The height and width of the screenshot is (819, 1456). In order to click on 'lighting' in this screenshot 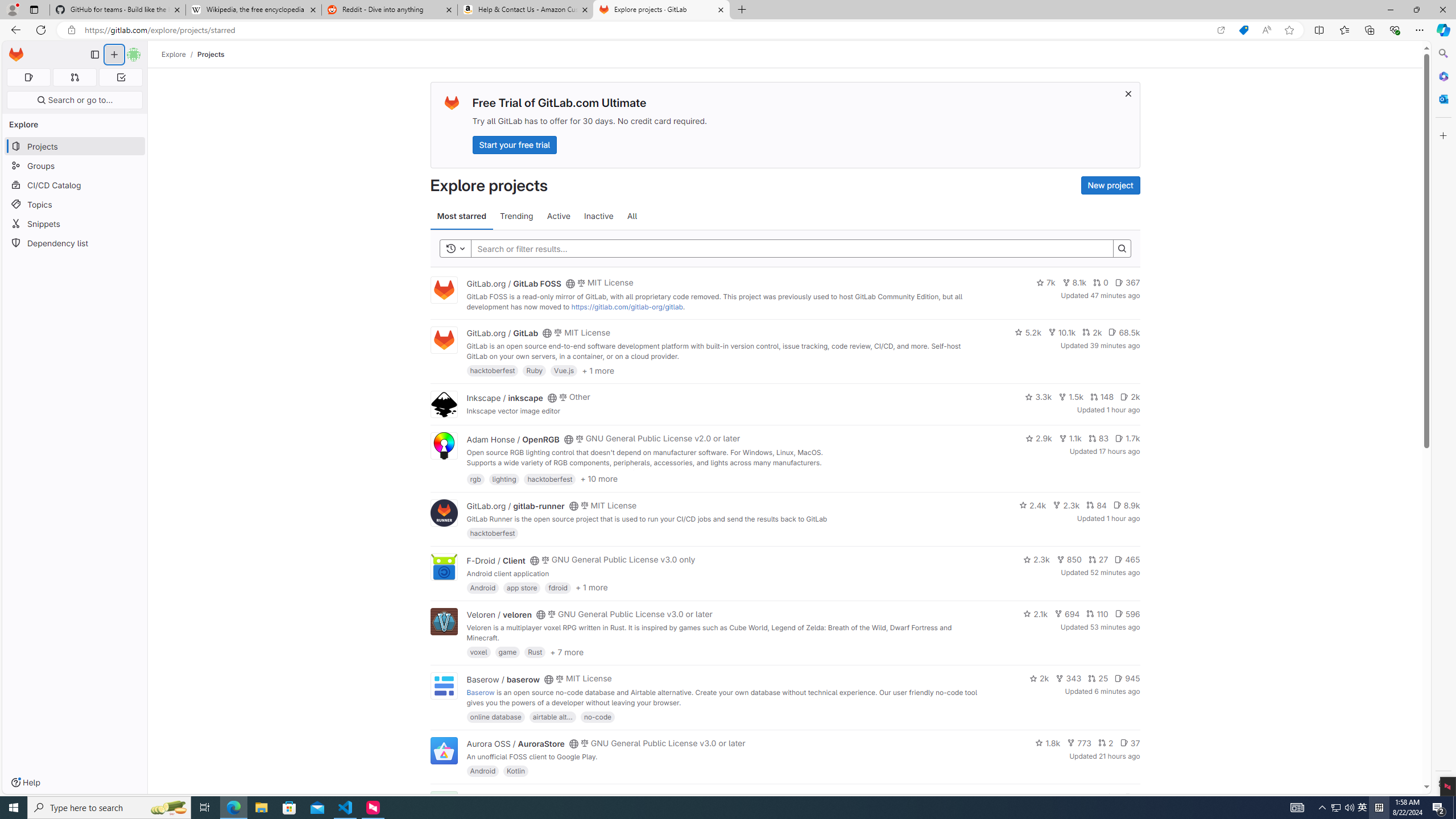, I will do `click(504, 478)`.